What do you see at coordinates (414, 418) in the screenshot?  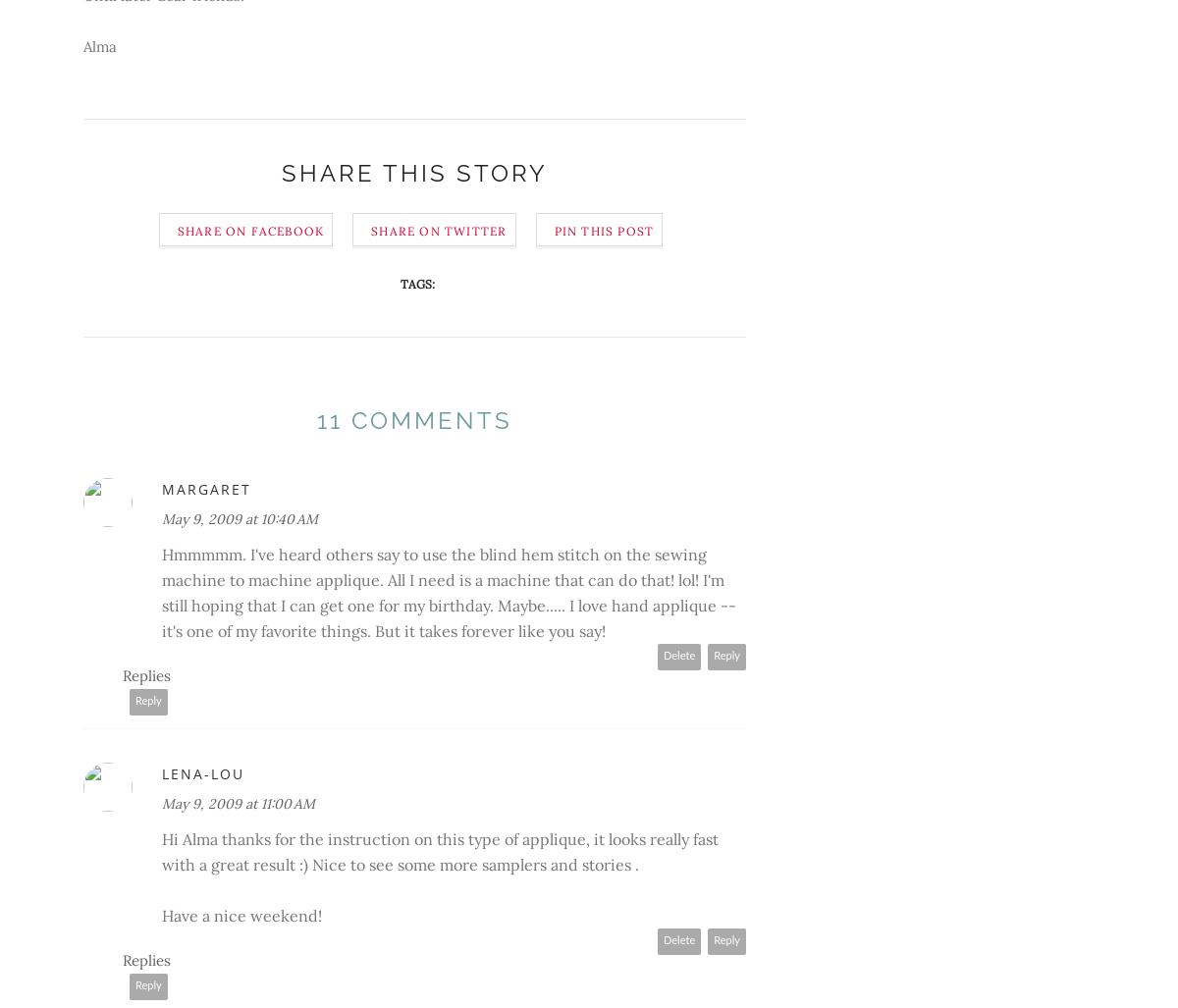 I see `'11
comments'` at bounding box center [414, 418].